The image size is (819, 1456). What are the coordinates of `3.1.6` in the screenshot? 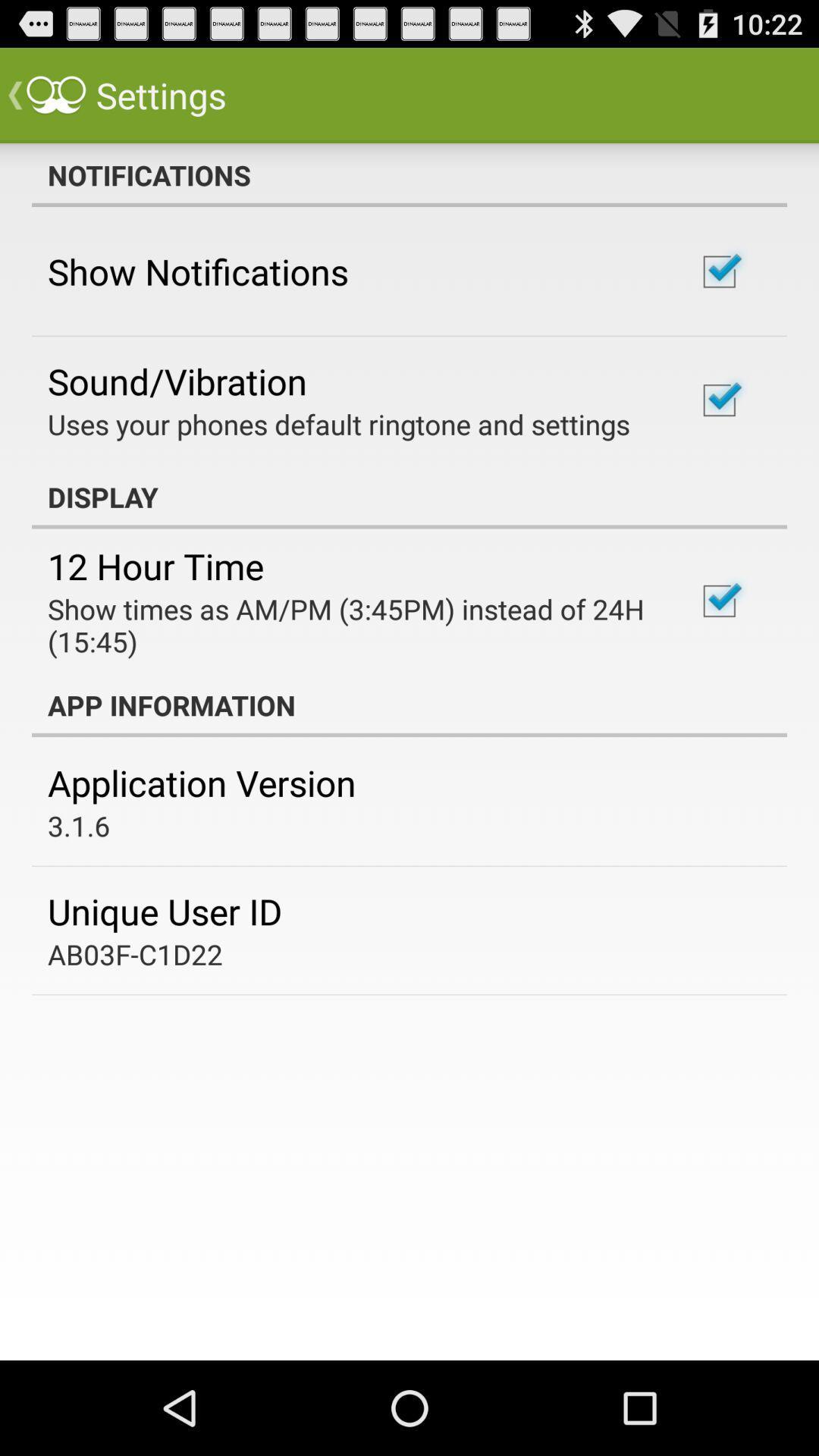 It's located at (79, 825).